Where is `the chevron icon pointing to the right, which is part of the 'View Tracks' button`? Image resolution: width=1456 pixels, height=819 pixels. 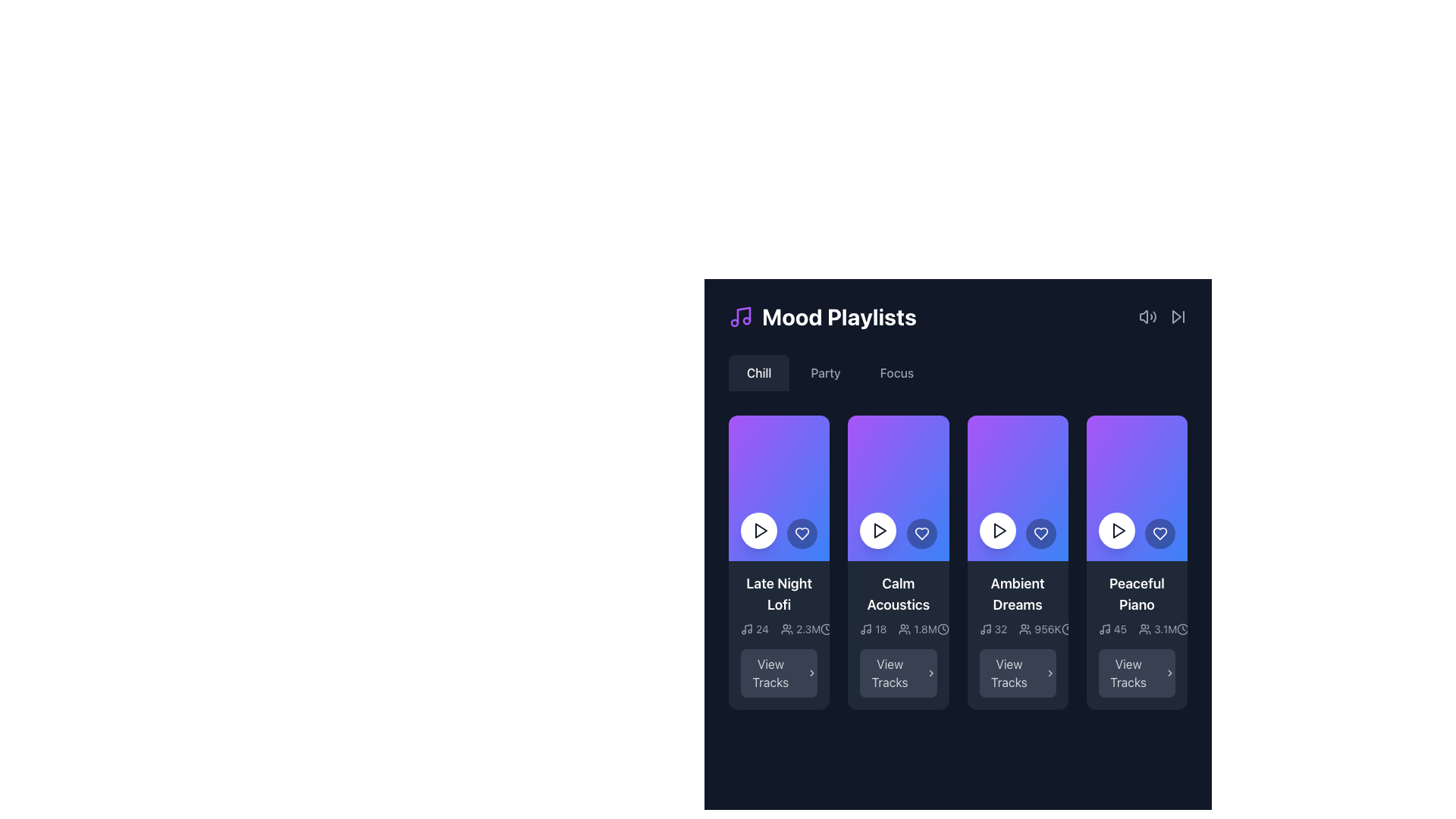
the chevron icon pointing to the right, which is part of the 'View Tracks' button is located at coordinates (930, 672).